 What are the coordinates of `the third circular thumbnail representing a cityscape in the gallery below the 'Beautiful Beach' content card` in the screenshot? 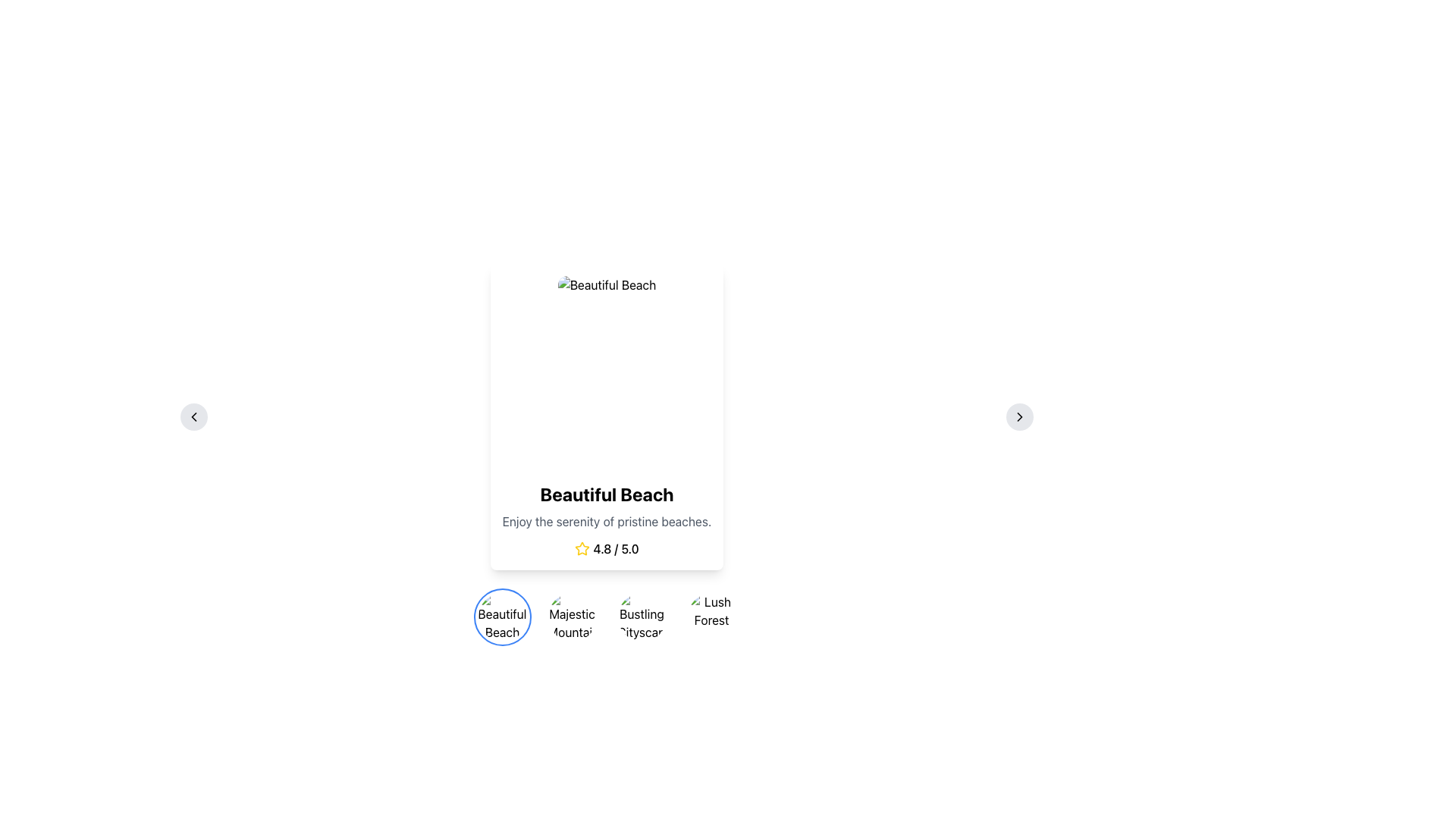 It's located at (642, 617).